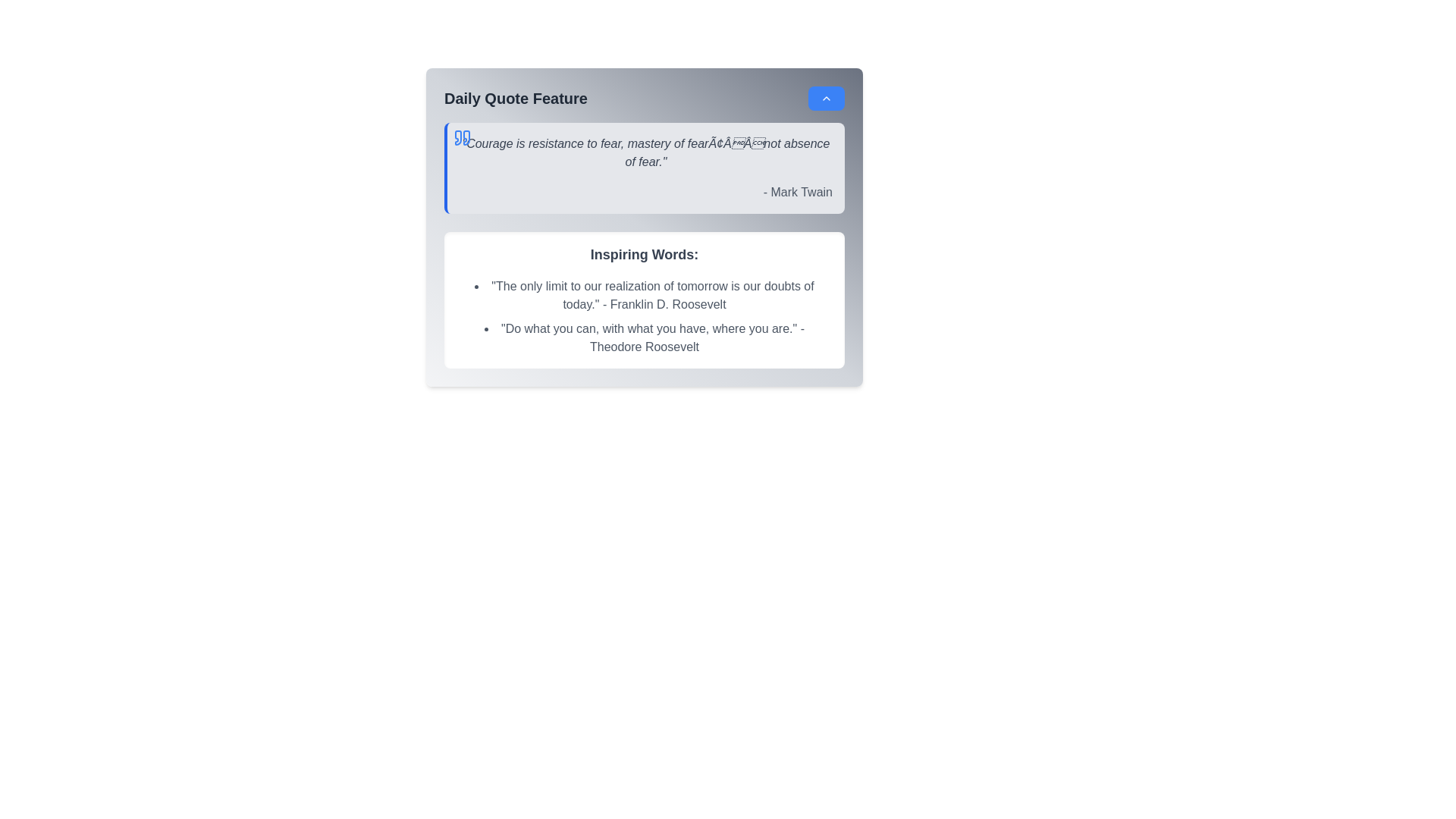  I want to click on text of the second bullet point in the 'Inspiring Words:' section, which displays an inspirational quote, so click(644, 337).